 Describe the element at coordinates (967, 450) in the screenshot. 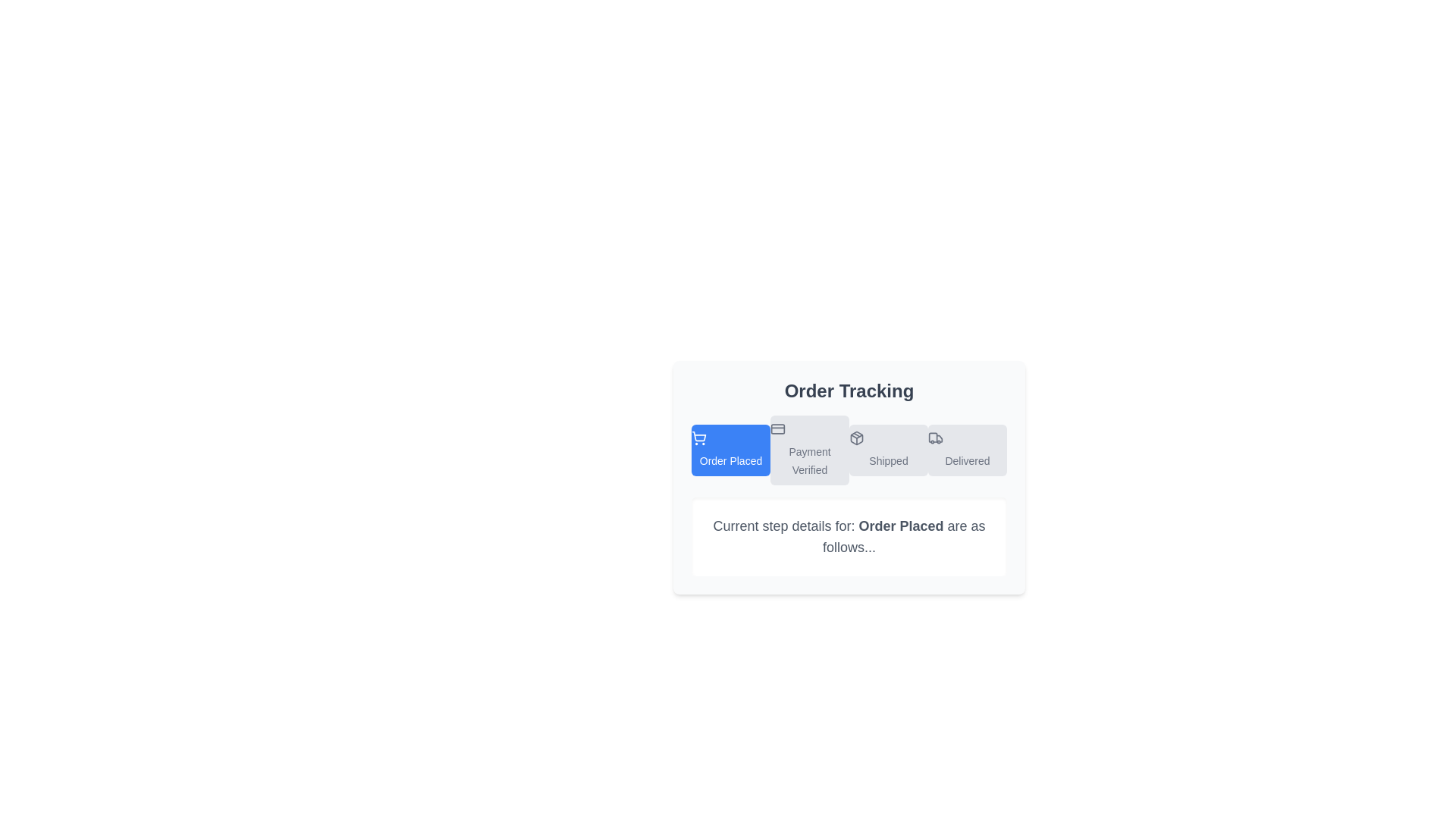

I see `the visual indicator representing the 'Delivered' status in the progress tracker, which is the last step in the order lifecycle` at that location.